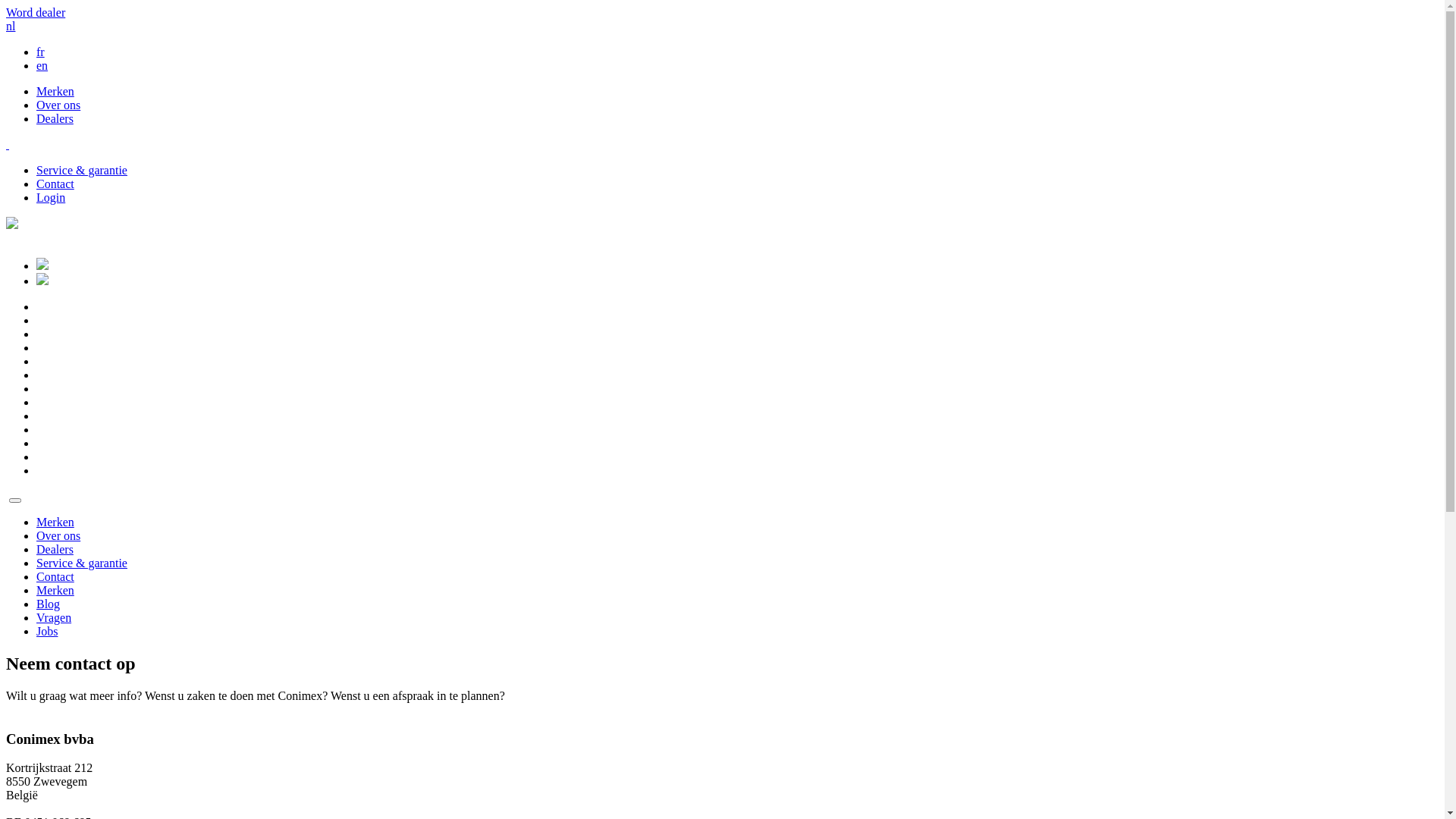 This screenshot has height=819, width=1456. I want to click on 'nl', so click(11, 26).